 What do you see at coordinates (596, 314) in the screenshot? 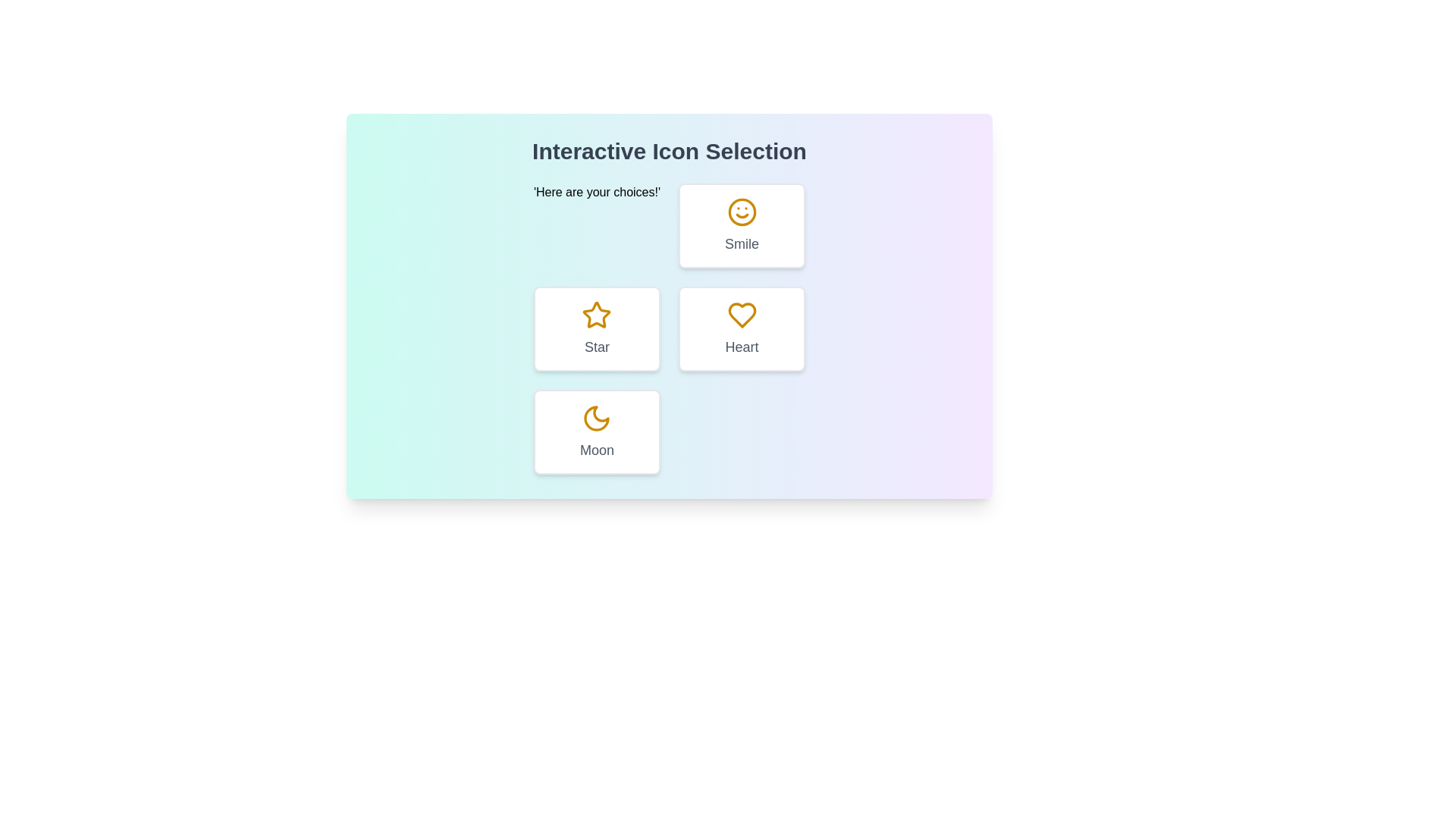
I see `the gold star-shaped icon inside the square tile labeled 'Star' in the middle row of the grid layout below the headings 'Interactive Icon Selection' and 'Here are your choices!'` at bounding box center [596, 314].